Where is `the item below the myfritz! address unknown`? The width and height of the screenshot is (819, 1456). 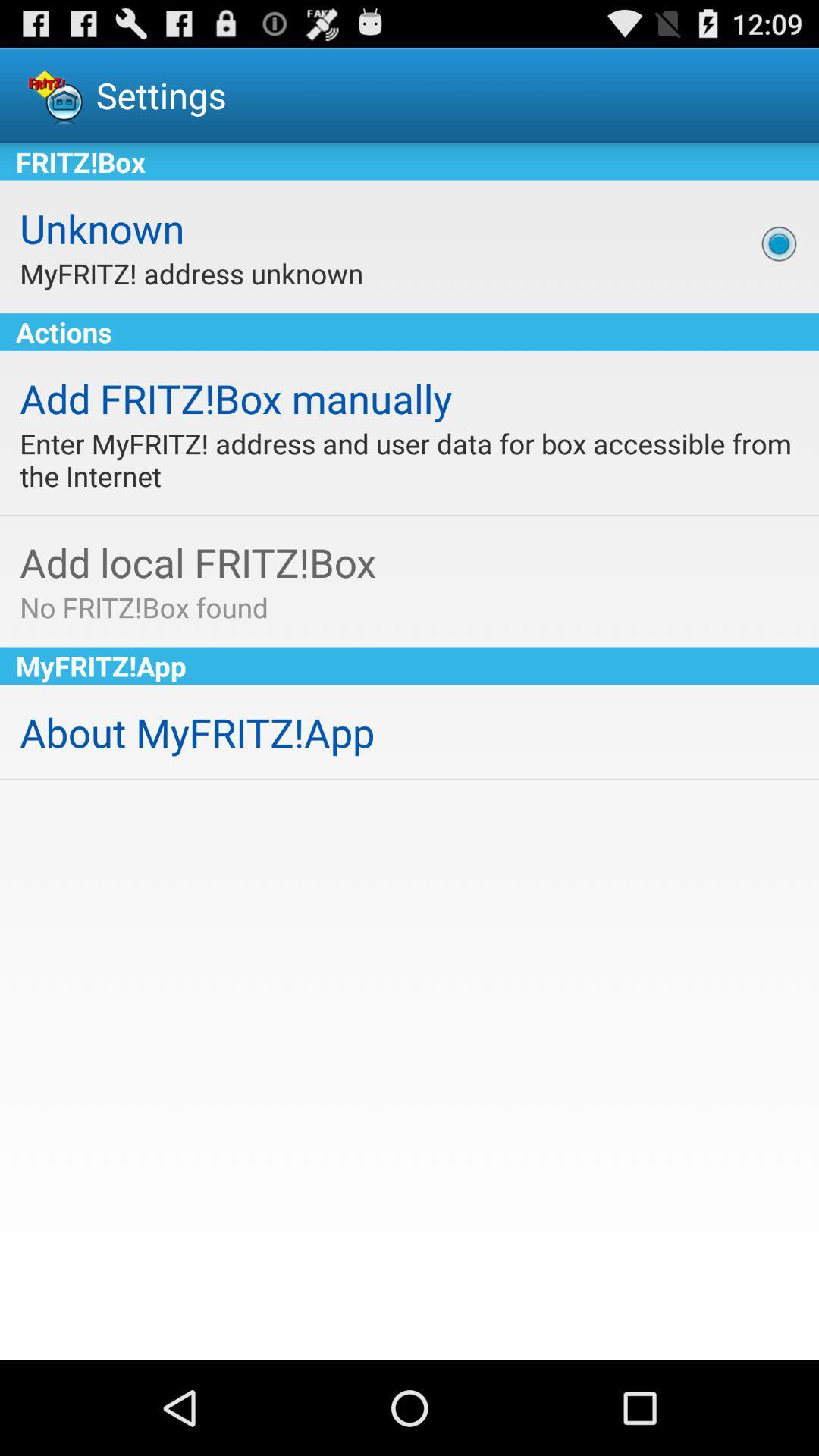 the item below the myfritz! address unknown is located at coordinates (409, 331).